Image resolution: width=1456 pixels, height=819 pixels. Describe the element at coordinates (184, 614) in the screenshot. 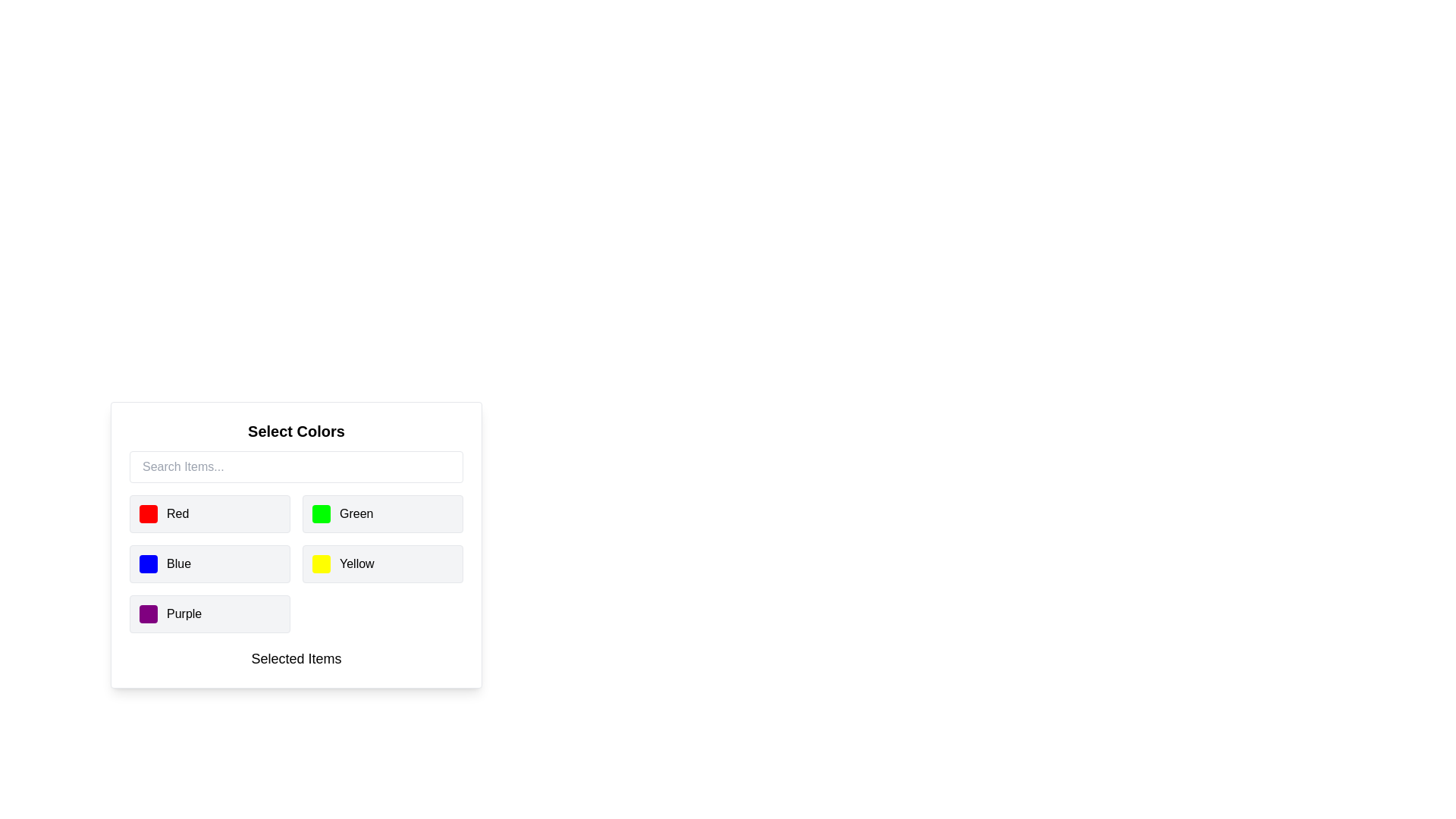

I see `displayed text from the 'Purple' color label located at the bottom-left of the color selection grid` at that location.